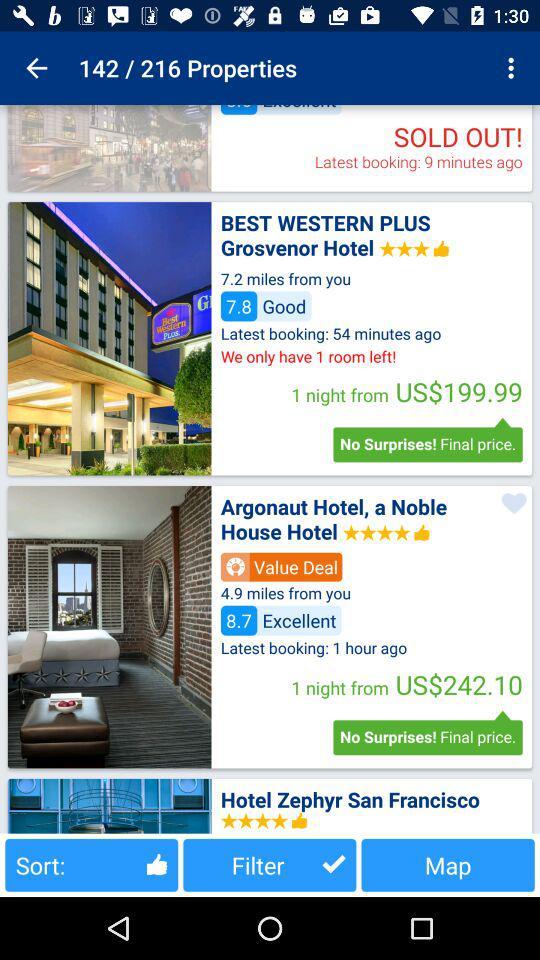 Image resolution: width=540 pixels, height=960 pixels. What do you see at coordinates (109, 626) in the screenshot?
I see `open hotel listing` at bounding box center [109, 626].